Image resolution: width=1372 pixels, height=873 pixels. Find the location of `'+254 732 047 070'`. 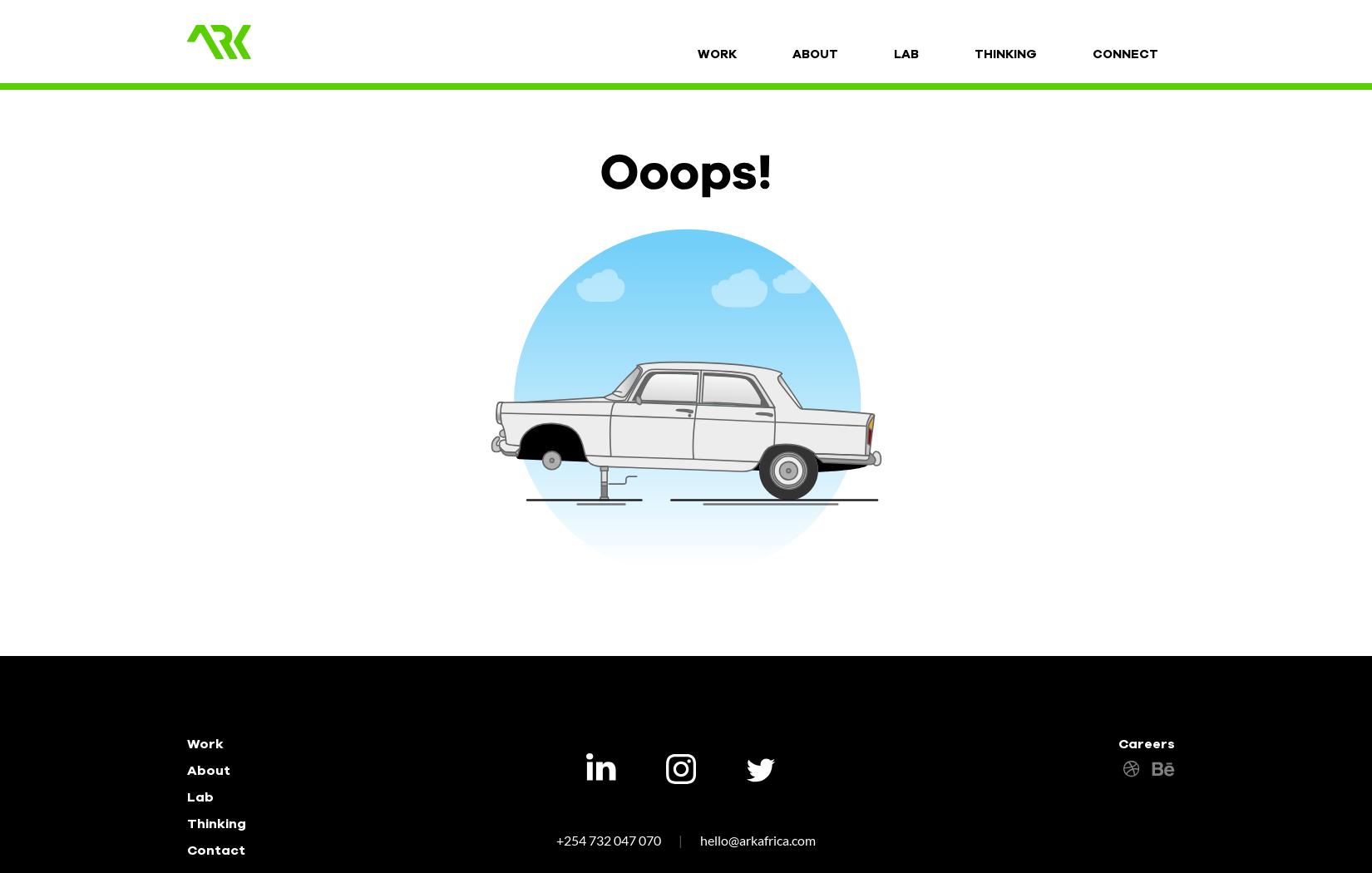

'+254 732 047 070' is located at coordinates (609, 839).